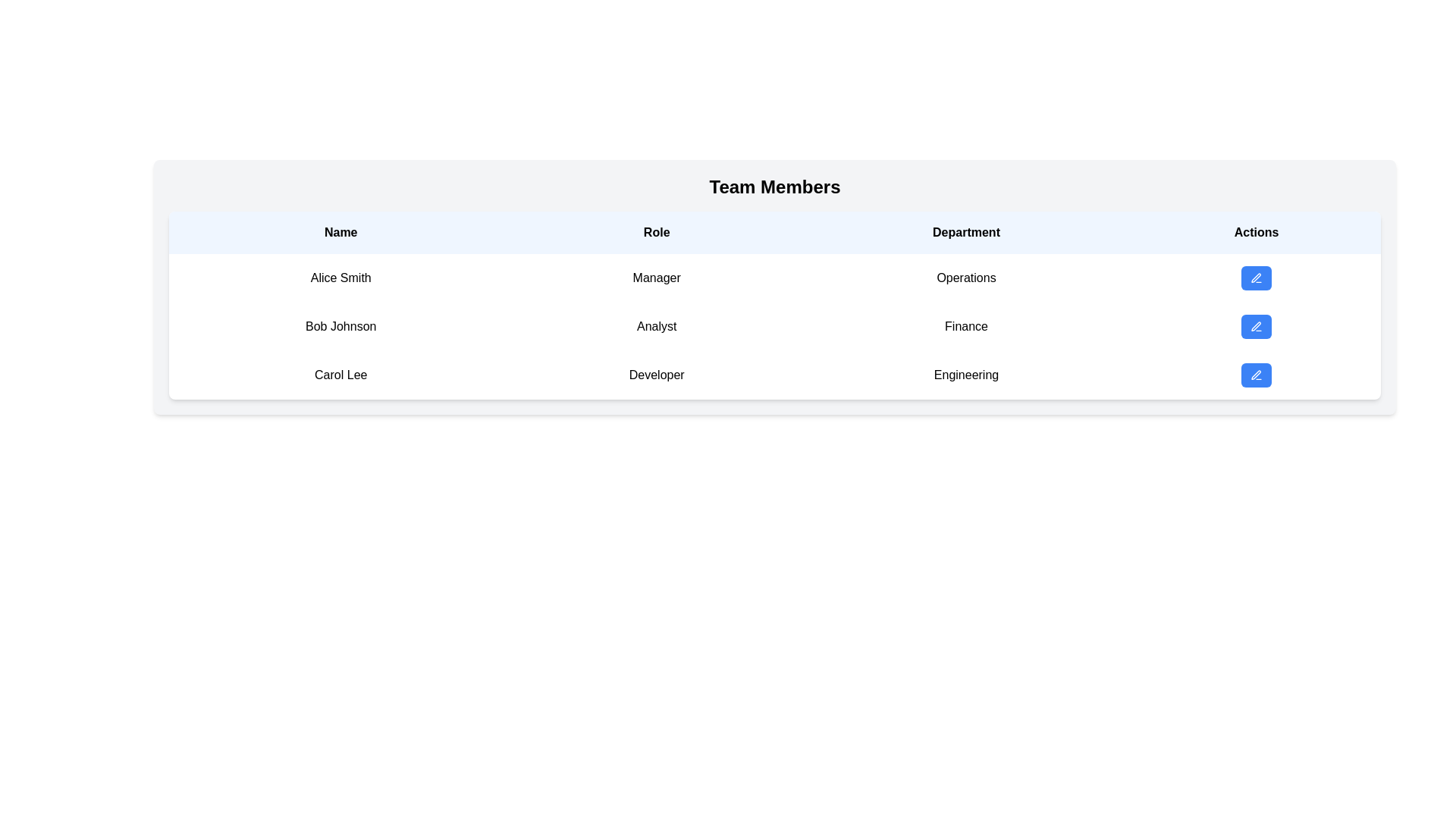  What do you see at coordinates (1256, 326) in the screenshot?
I see `the small, rounded rectangular blue button with a pen icon in the Actions column of the second row, which corresponds to 'Bob Johnson' in the 'Finance' department` at bounding box center [1256, 326].